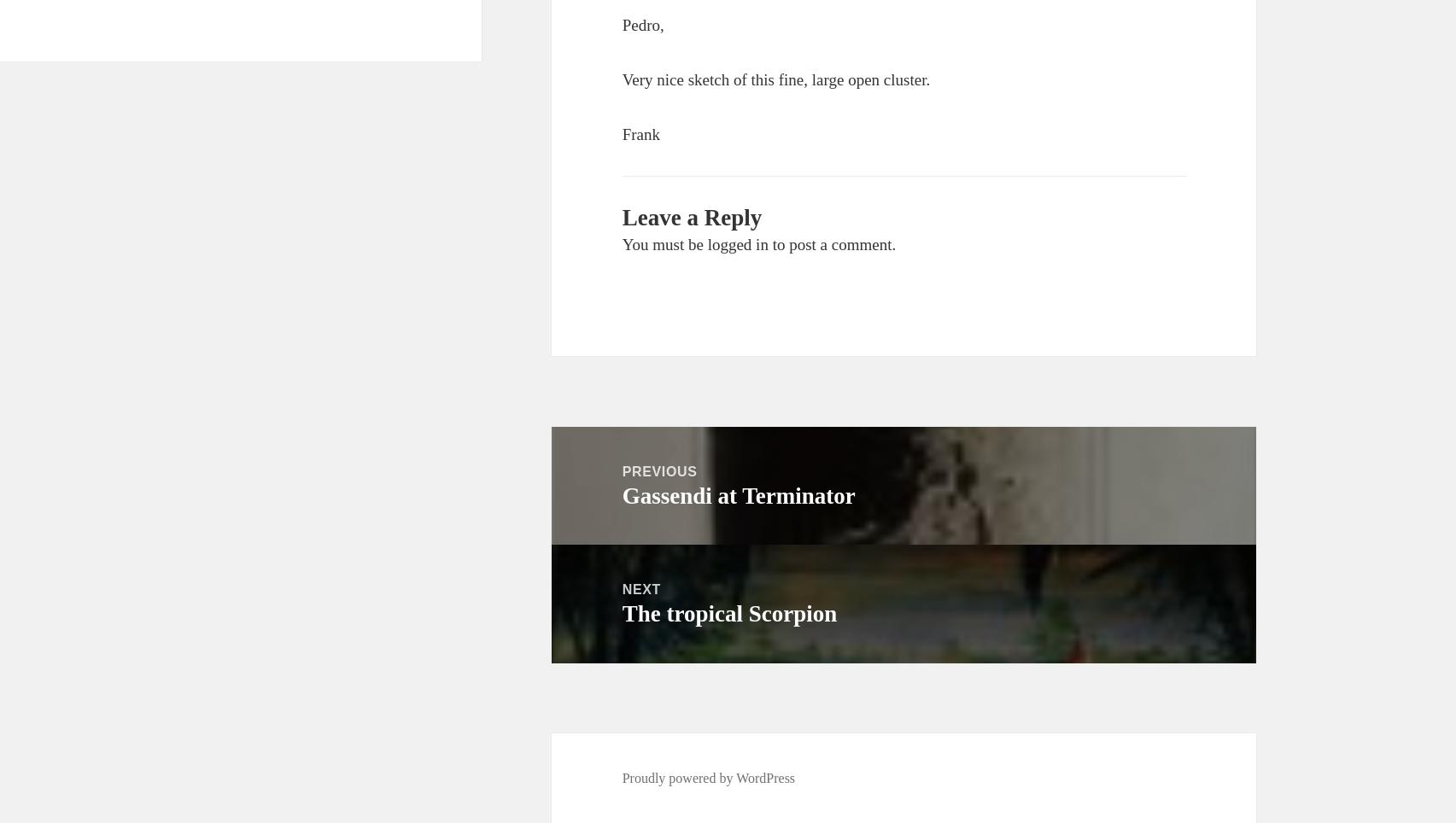 The height and width of the screenshot is (823, 1456). I want to click on 'Frank', so click(640, 133).